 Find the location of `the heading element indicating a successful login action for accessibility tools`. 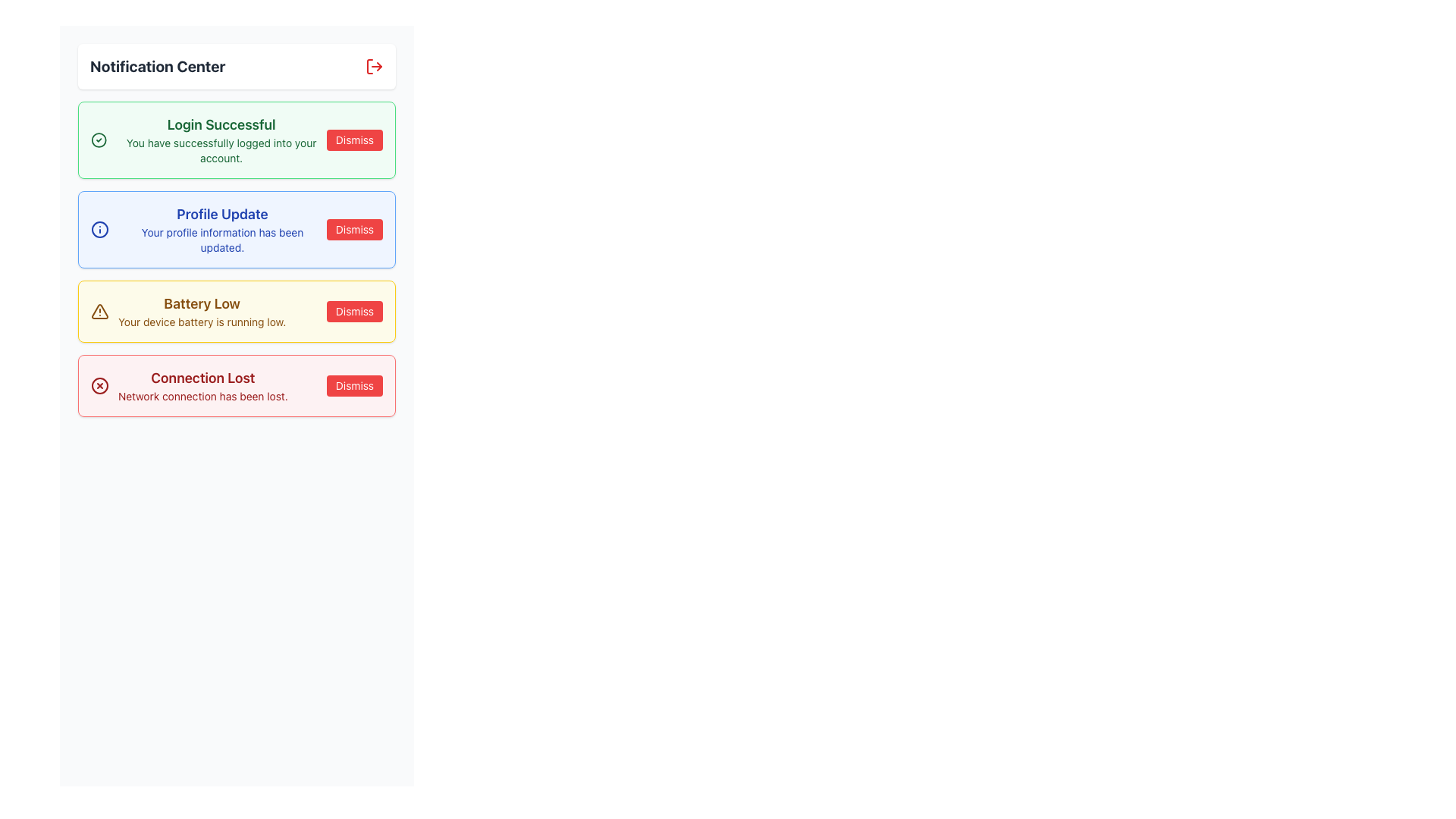

the heading element indicating a successful login action for accessibility tools is located at coordinates (221, 124).